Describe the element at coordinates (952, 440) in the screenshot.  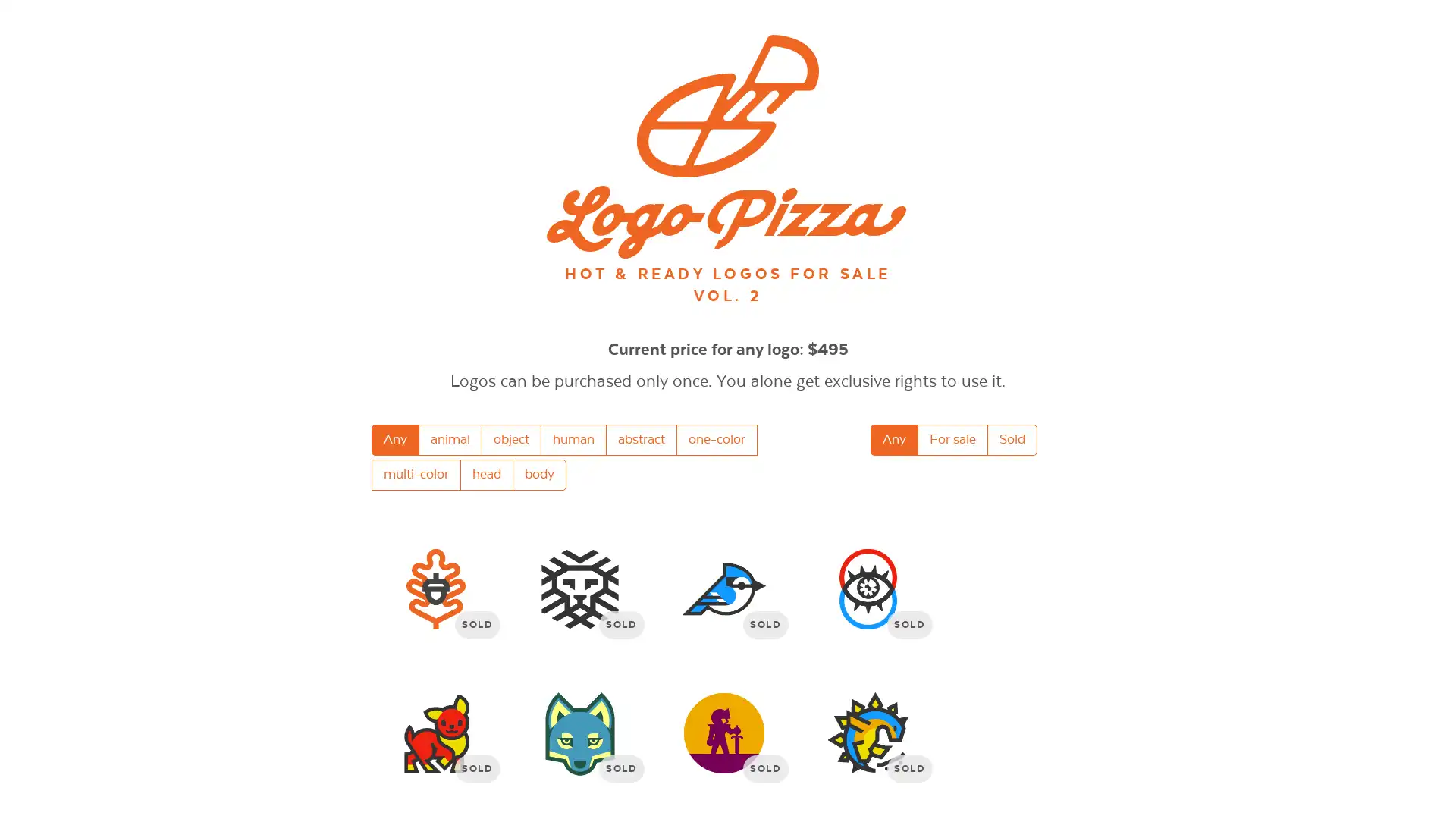
I see `For sale` at that location.